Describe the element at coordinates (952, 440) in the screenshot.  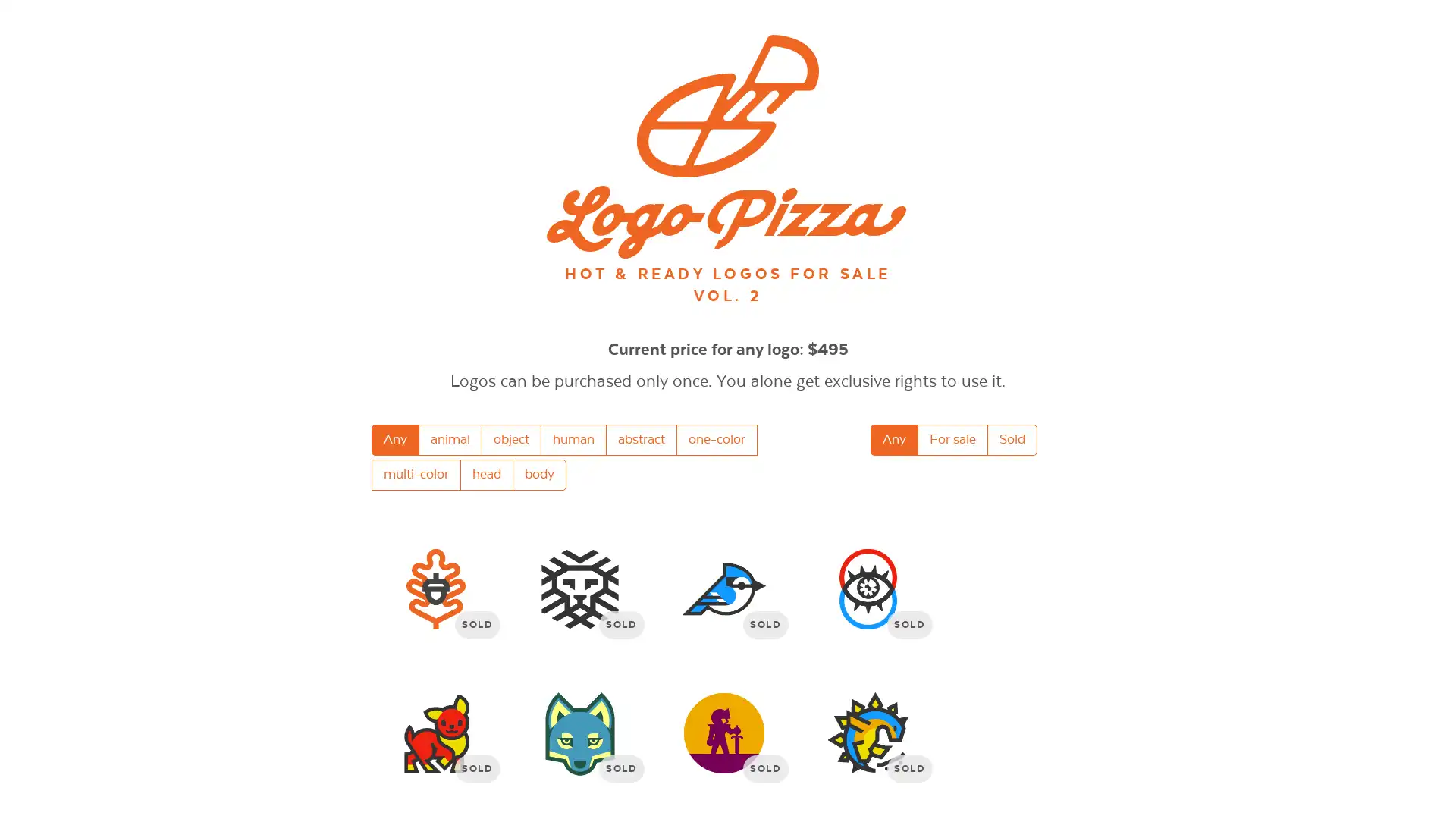
I see `For sale` at that location.